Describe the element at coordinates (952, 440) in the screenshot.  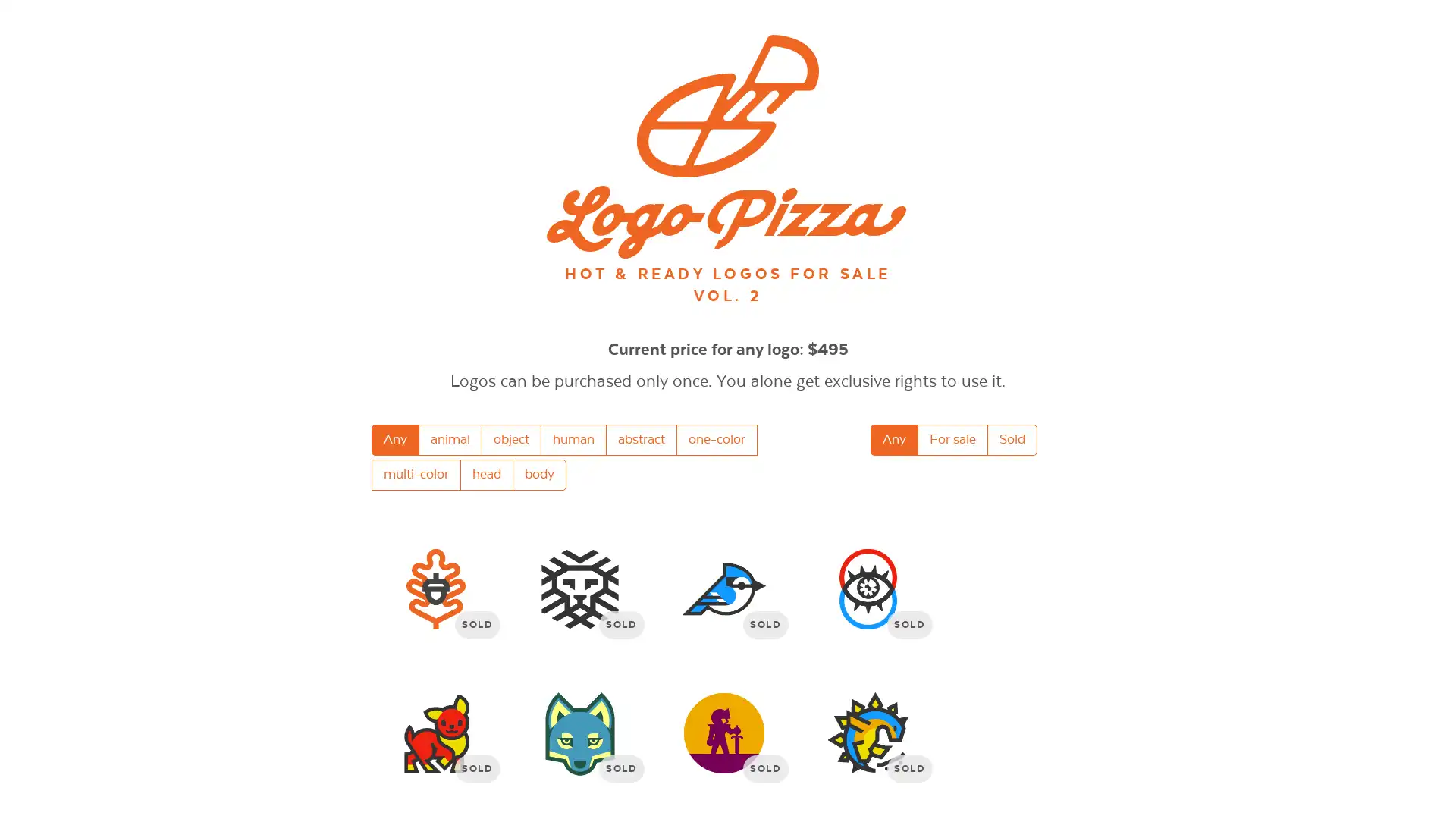
I see `For sale` at that location.